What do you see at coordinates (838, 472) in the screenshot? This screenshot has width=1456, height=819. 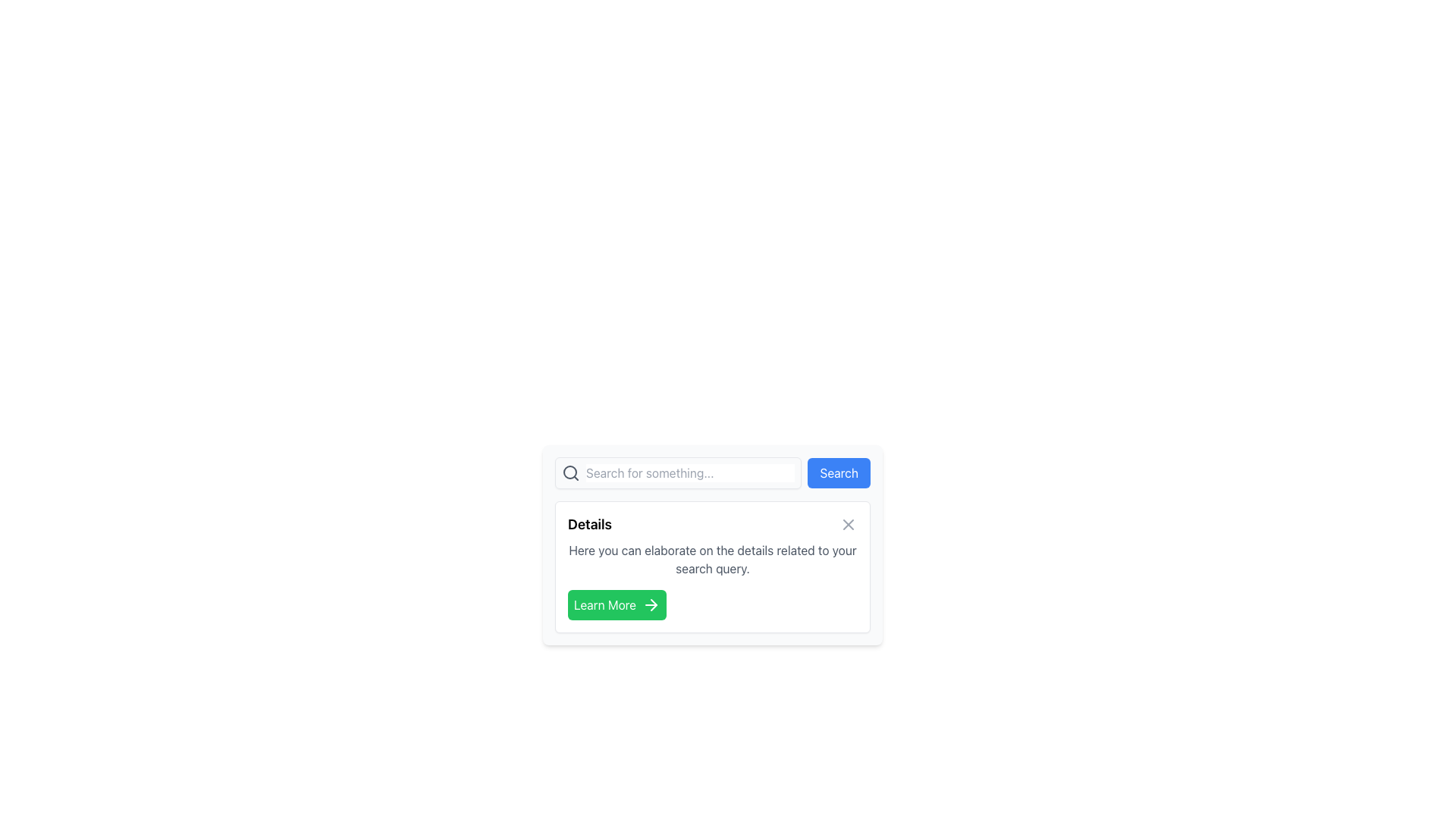 I see `the search button located at the rightmost end of the search bar to change its visual appearance` at bounding box center [838, 472].